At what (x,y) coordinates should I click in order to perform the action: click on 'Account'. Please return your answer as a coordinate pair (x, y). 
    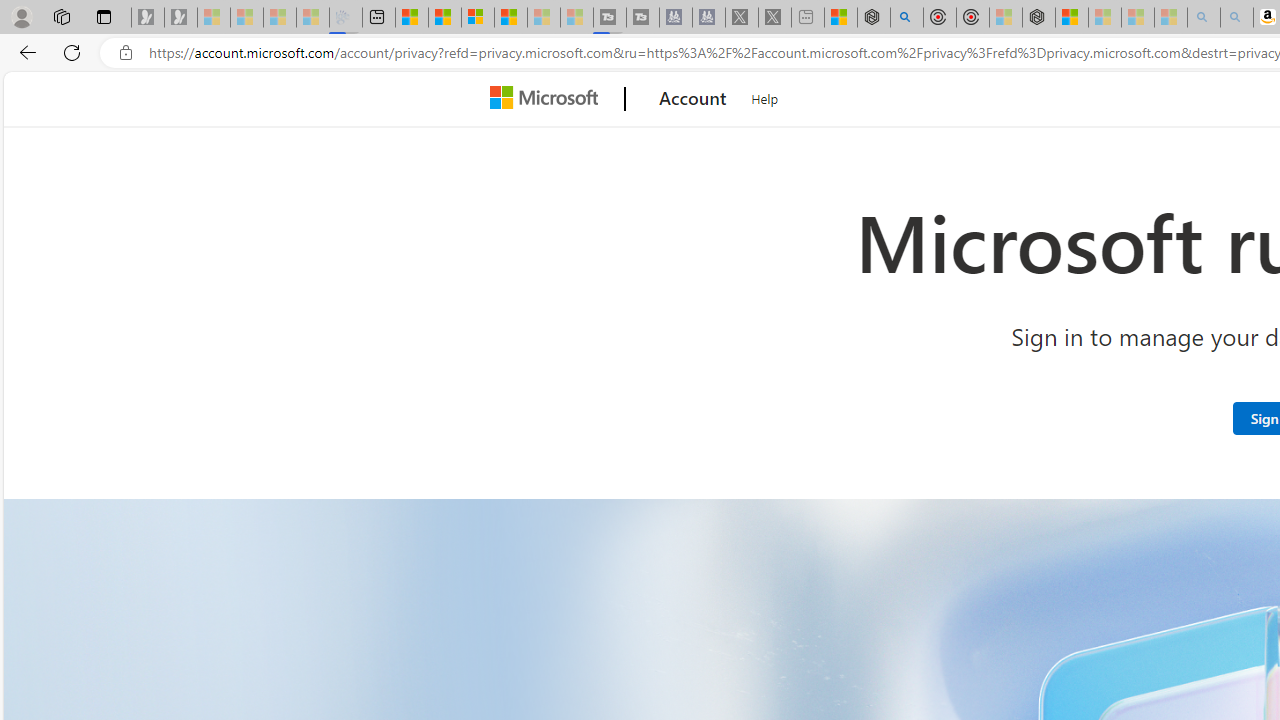
    Looking at the image, I should click on (693, 99).